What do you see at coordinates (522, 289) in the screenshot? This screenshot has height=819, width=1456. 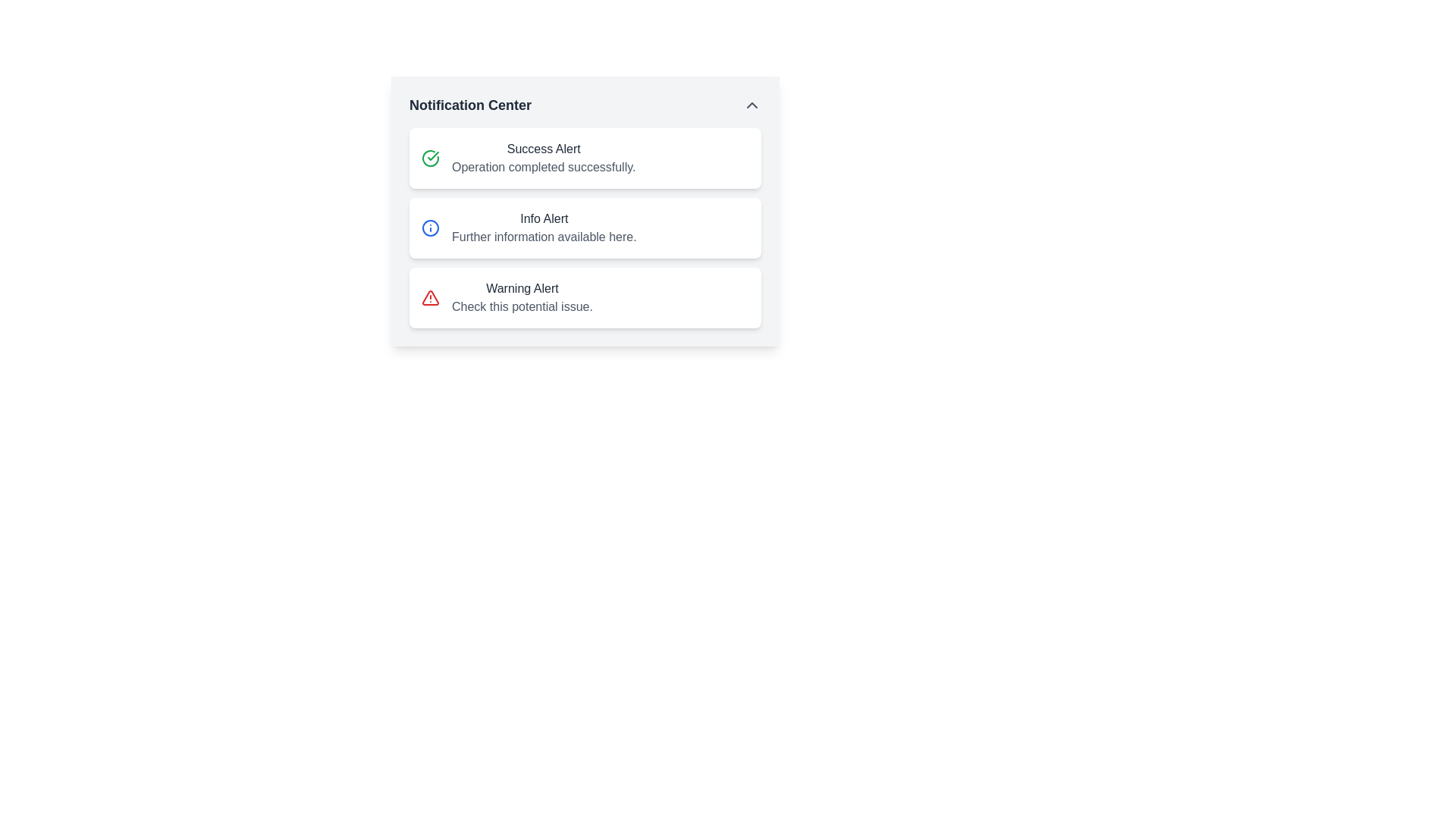 I see `the text label displaying 'Warning Alert', which is styled in a medium-weight font and darker gray color, located above the text 'Check this potential issue' in the third notification item of the 'Notification Center'` at bounding box center [522, 289].